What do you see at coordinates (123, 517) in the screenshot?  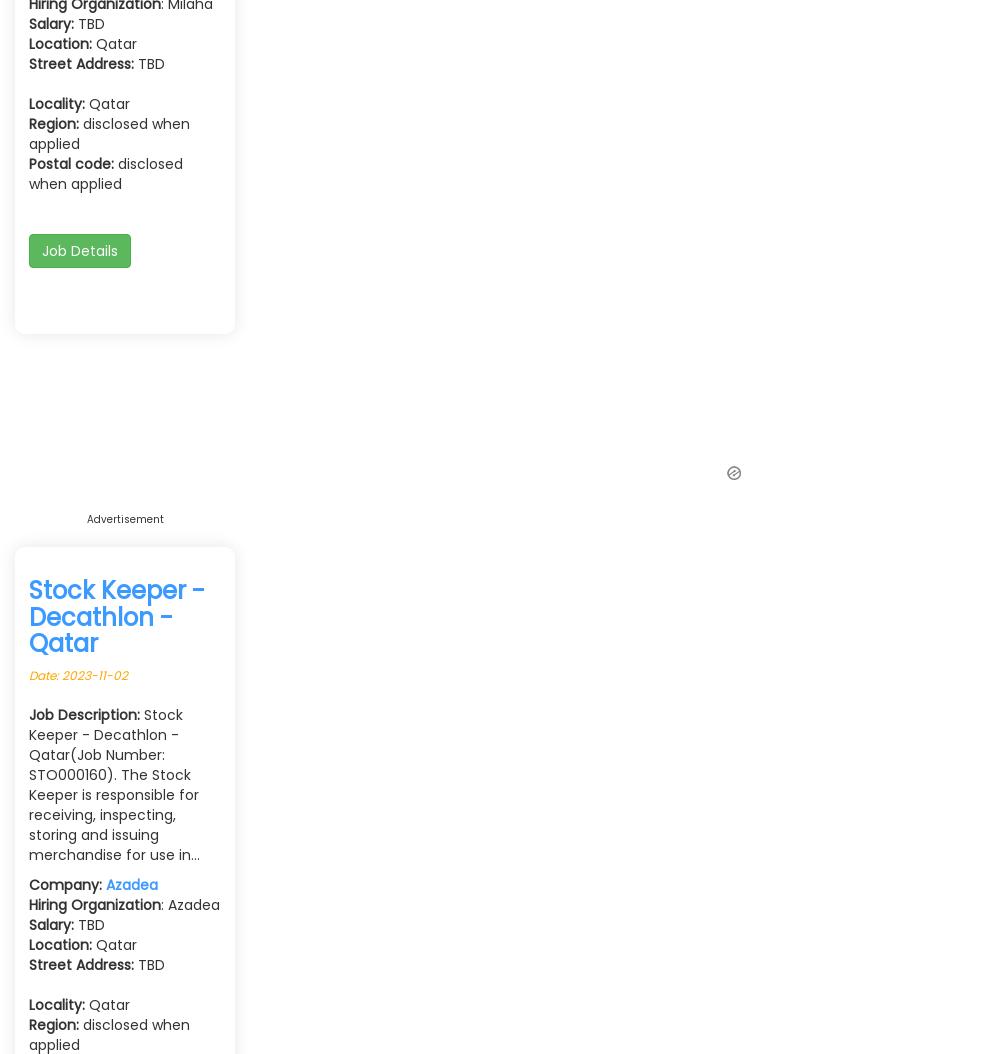 I see `'Advertisement'` at bounding box center [123, 517].